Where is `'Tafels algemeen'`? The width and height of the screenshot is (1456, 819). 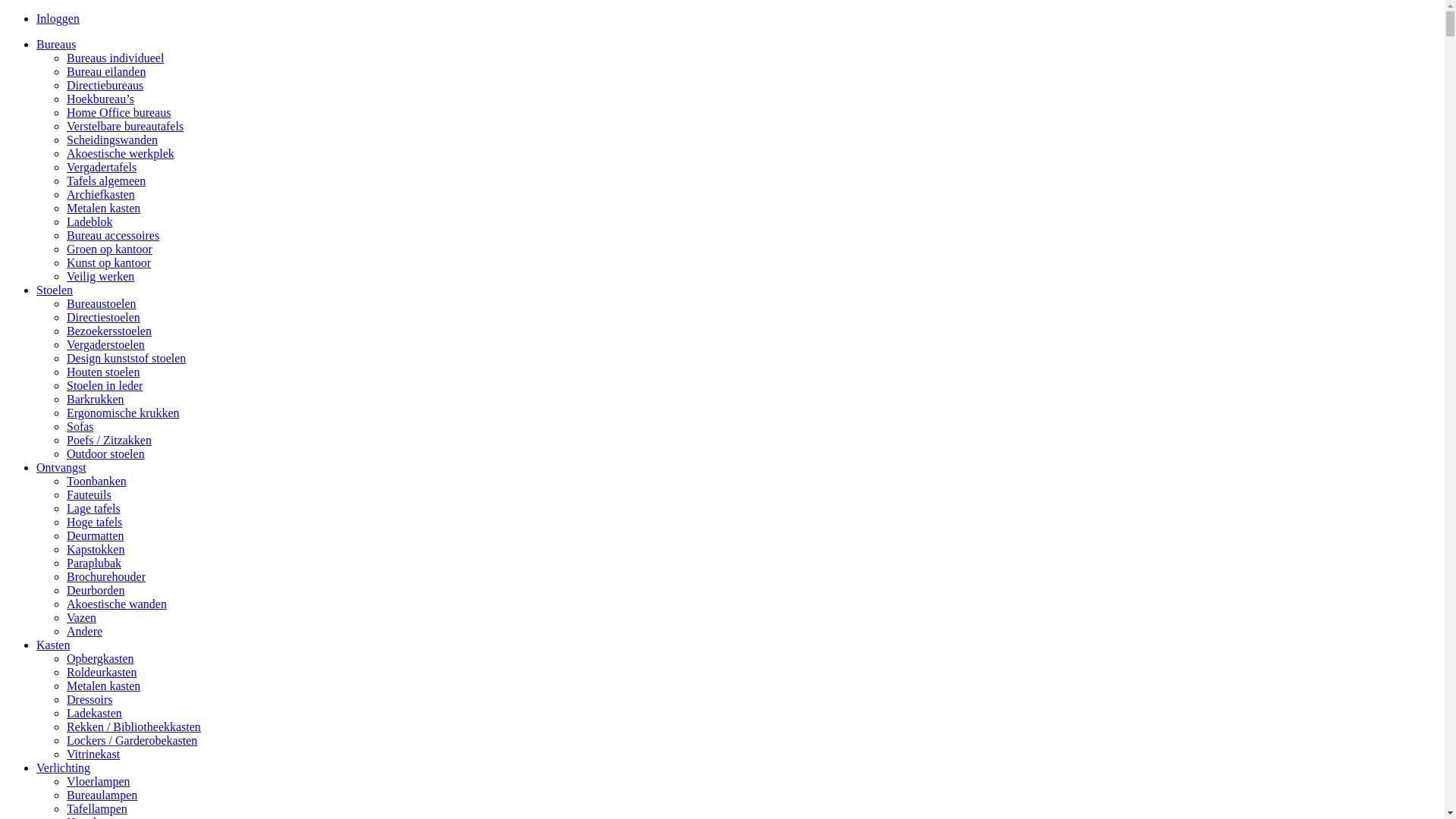
'Tafels algemeen' is located at coordinates (105, 180).